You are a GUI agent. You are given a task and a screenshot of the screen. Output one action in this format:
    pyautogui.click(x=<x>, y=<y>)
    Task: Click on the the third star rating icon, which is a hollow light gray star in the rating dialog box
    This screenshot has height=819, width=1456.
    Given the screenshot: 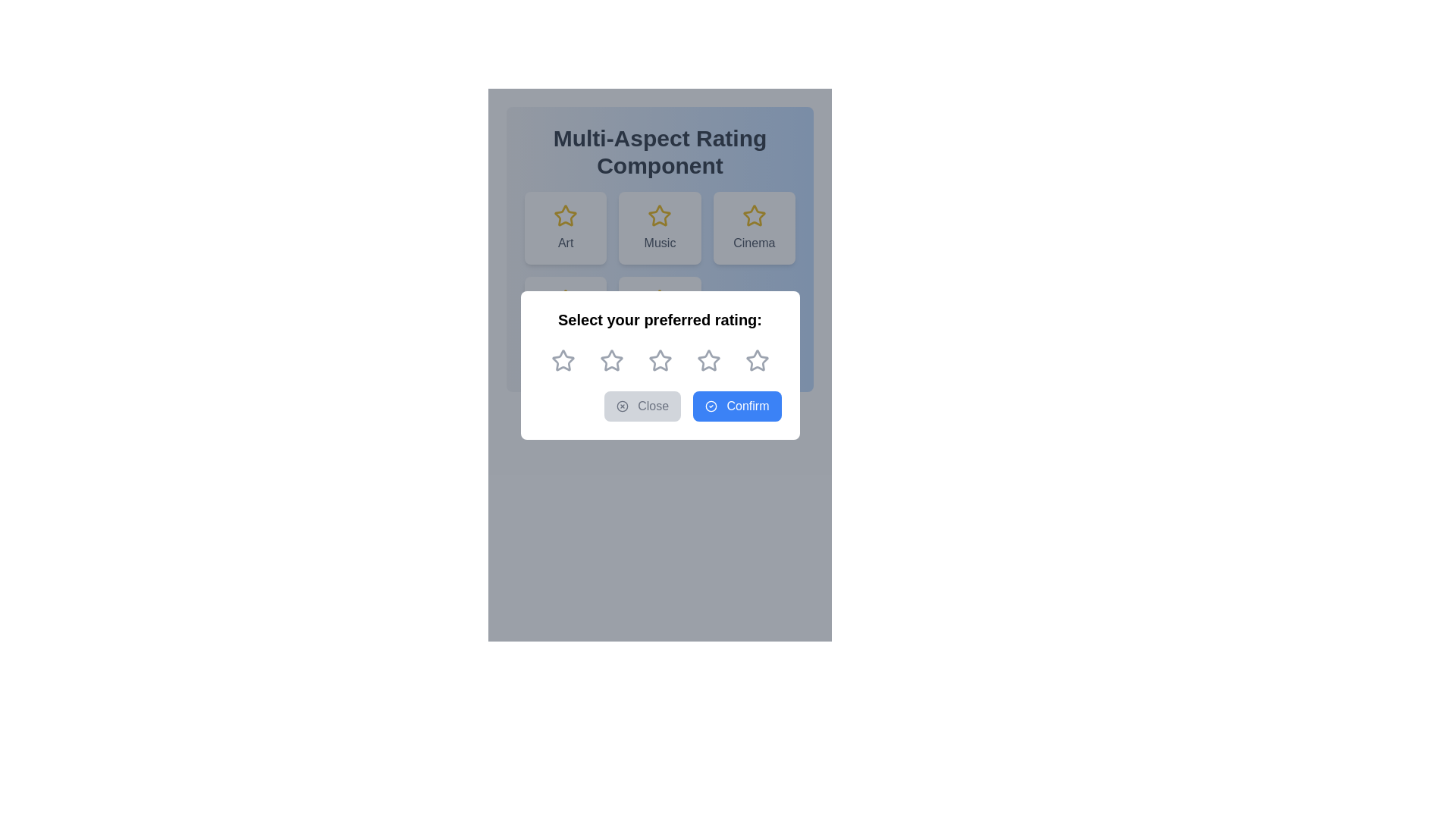 What is the action you would take?
    pyautogui.click(x=611, y=360)
    